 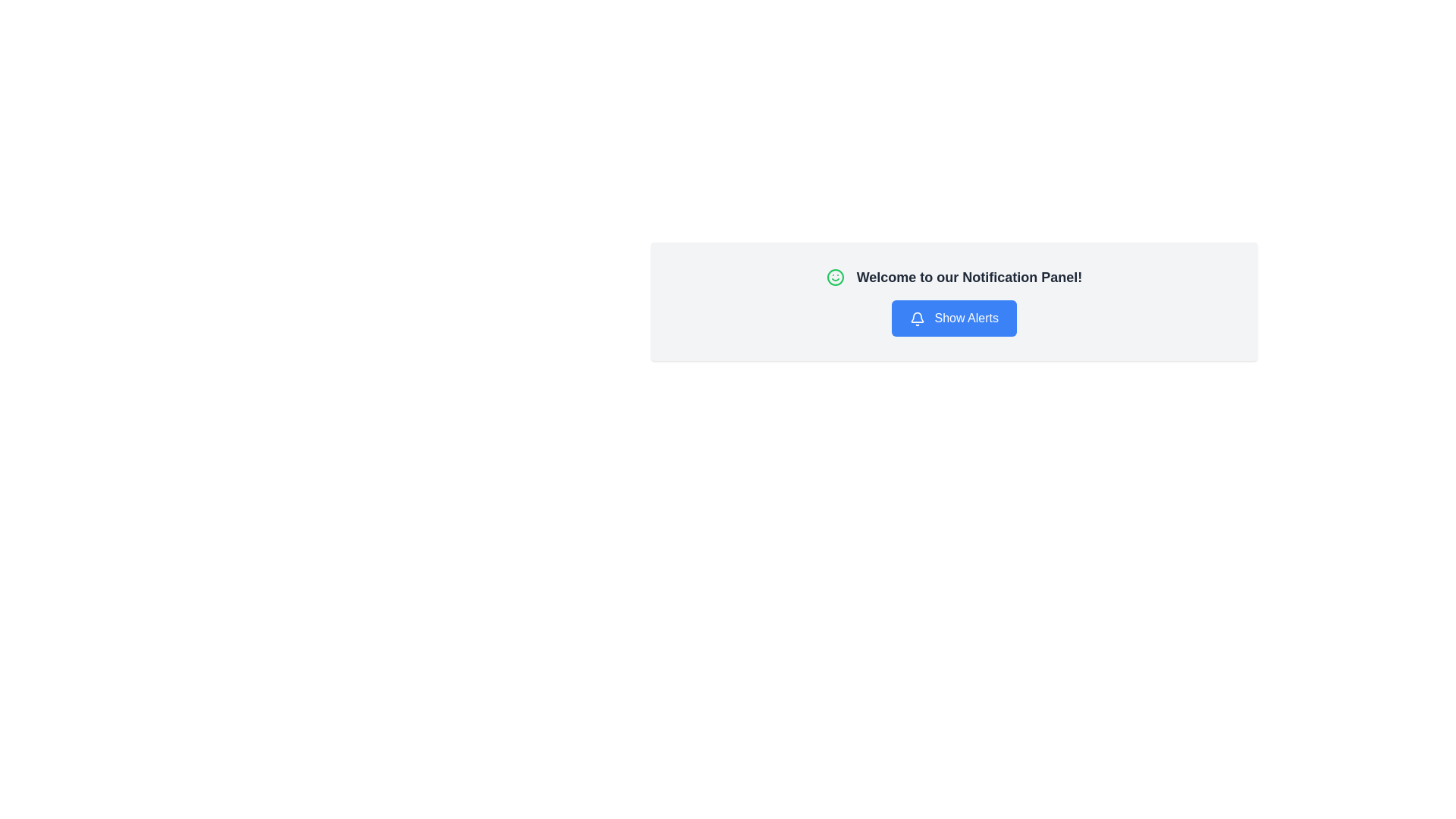 What do you see at coordinates (953, 278) in the screenshot?
I see `welcoming message displayed in the text element above the blue button labeled 'Show Alerts'` at bounding box center [953, 278].